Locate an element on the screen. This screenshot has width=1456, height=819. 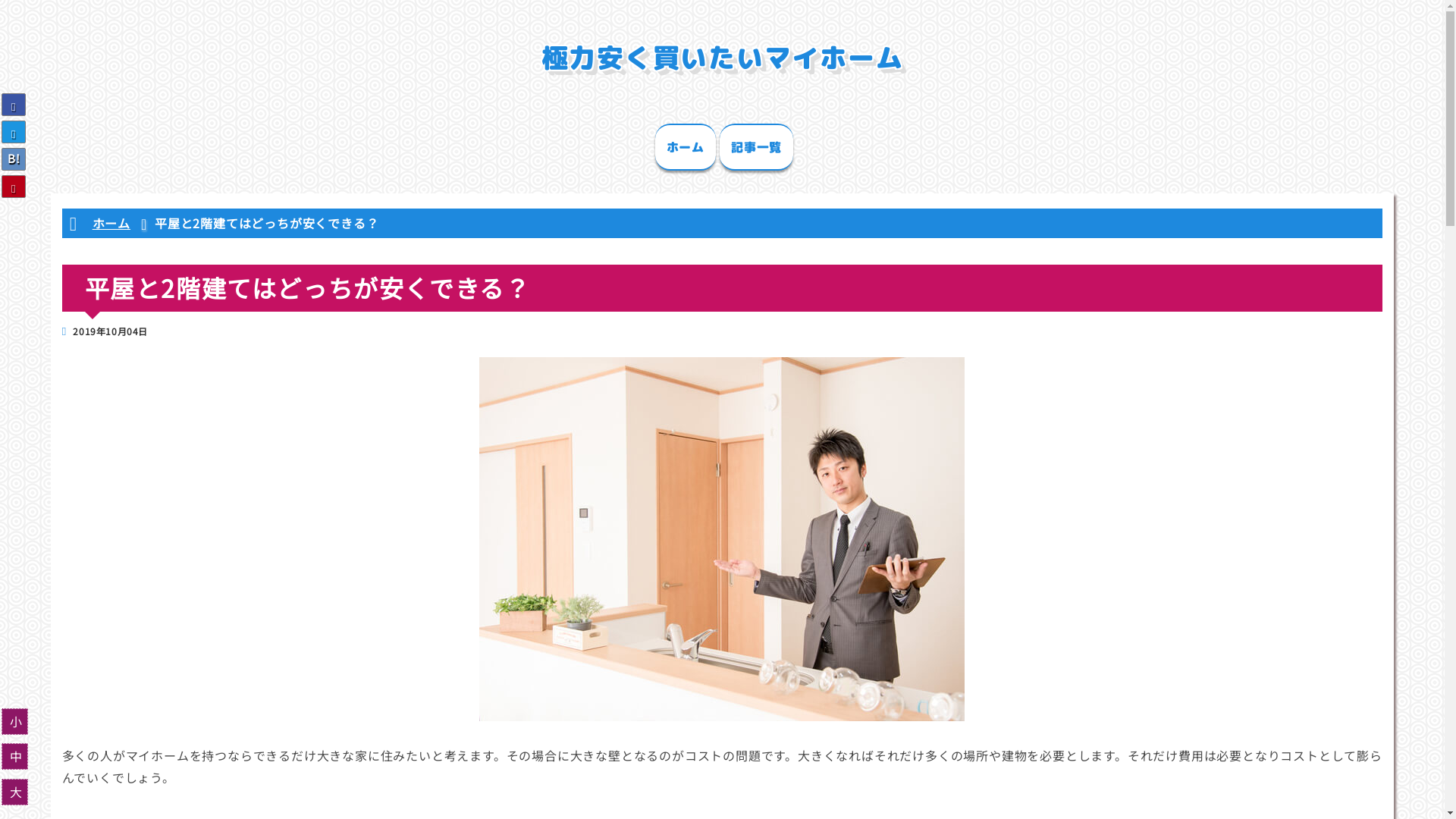
'B!' is located at coordinates (14, 158).